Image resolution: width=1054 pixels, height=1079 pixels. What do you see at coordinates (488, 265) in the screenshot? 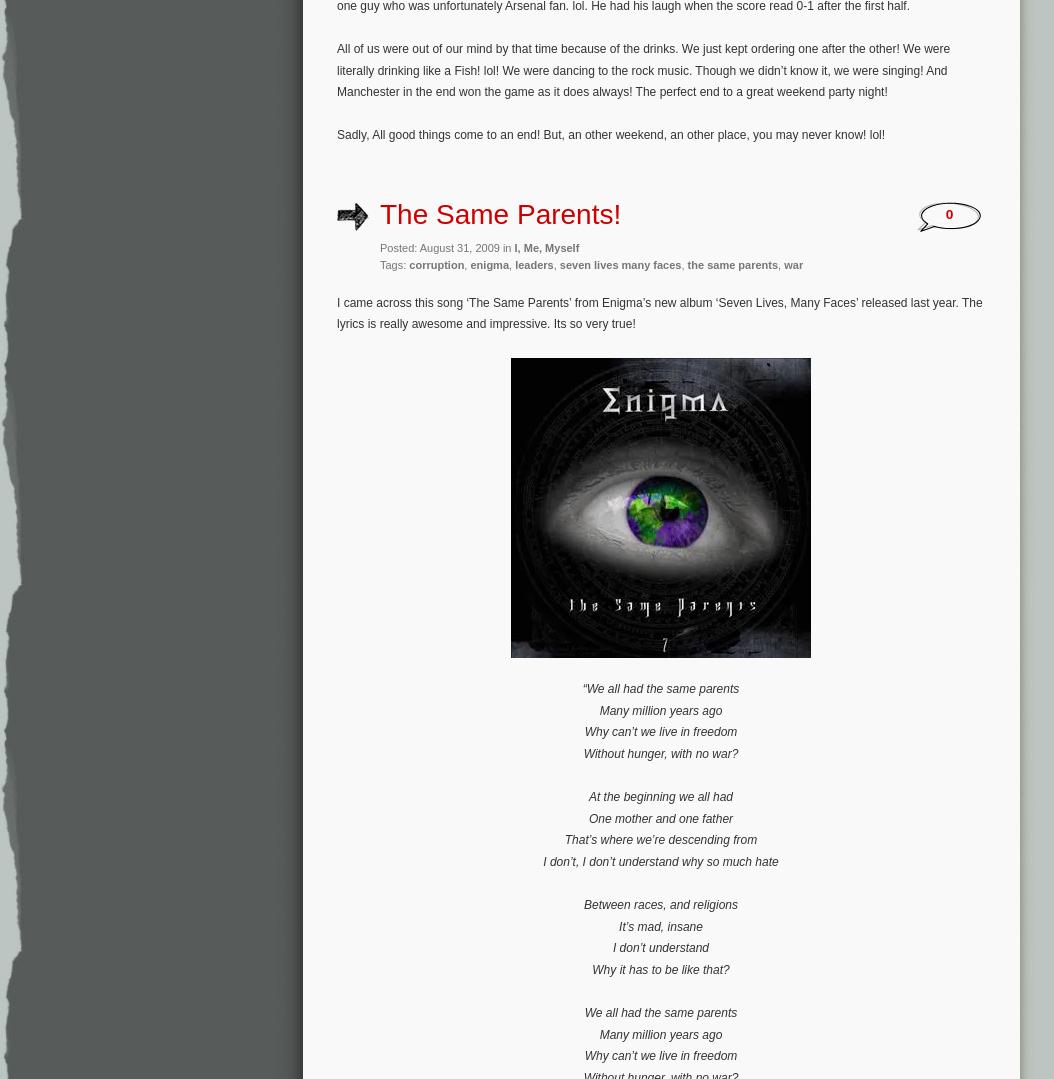
I see `'enigma'` at bounding box center [488, 265].